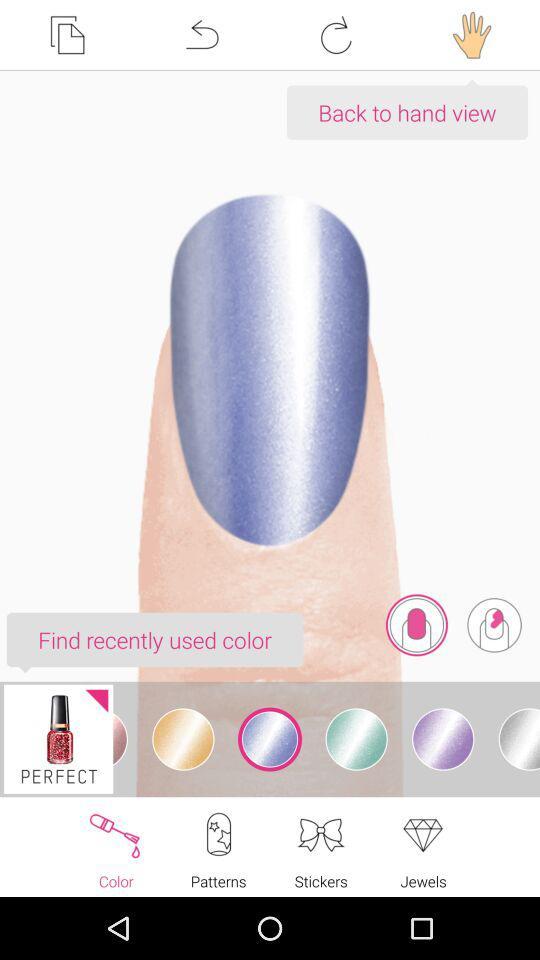  What do you see at coordinates (493, 624) in the screenshot?
I see `the icon below the back to hand app` at bounding box center [493, 624].